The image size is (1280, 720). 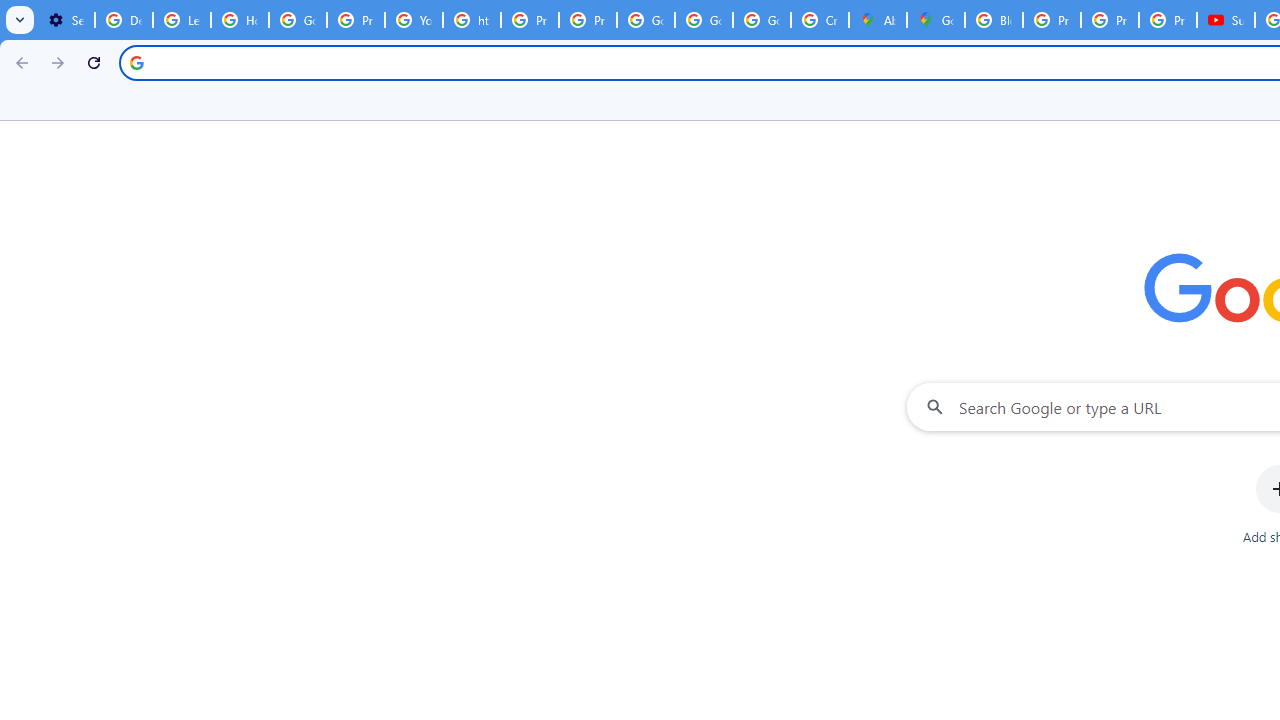 I want to click on 'Google Maps', so click(x=935, y=20).